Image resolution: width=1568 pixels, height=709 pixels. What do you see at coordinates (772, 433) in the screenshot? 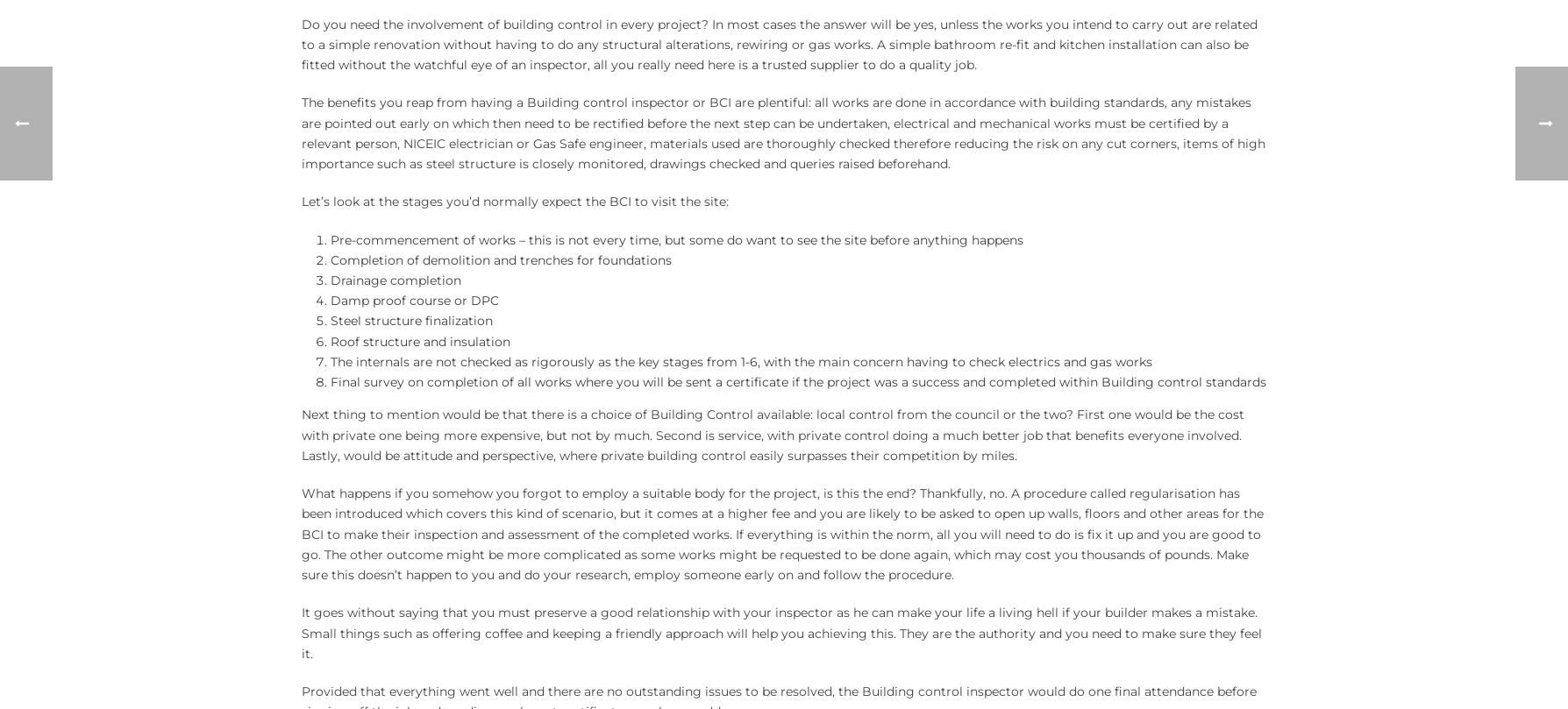
I see `'Next thing to mention would be that there
is a choice of Building Control available: local control from the council or

the two? First one would be the cost with private one being more expensive, but
not by much. Second is service, with private control doing a much better job
that benefits everyone involved. Lastly, would be attitude and perspective,
where private building control easily surpasses their competition by miles.'` at bounding box center [772, 433].